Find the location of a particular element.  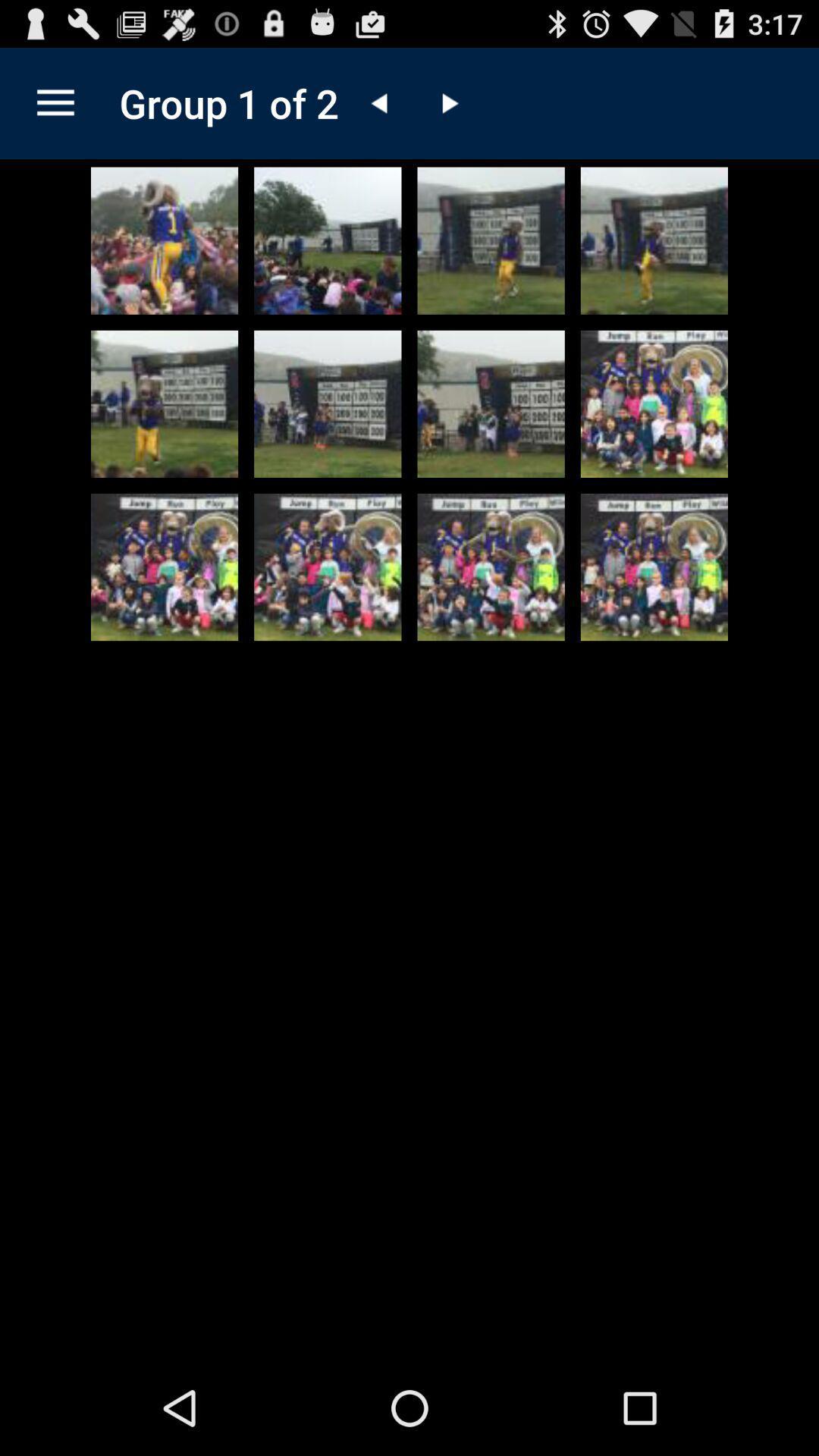

zoom in on the photo is located at coordinates (491, 566).